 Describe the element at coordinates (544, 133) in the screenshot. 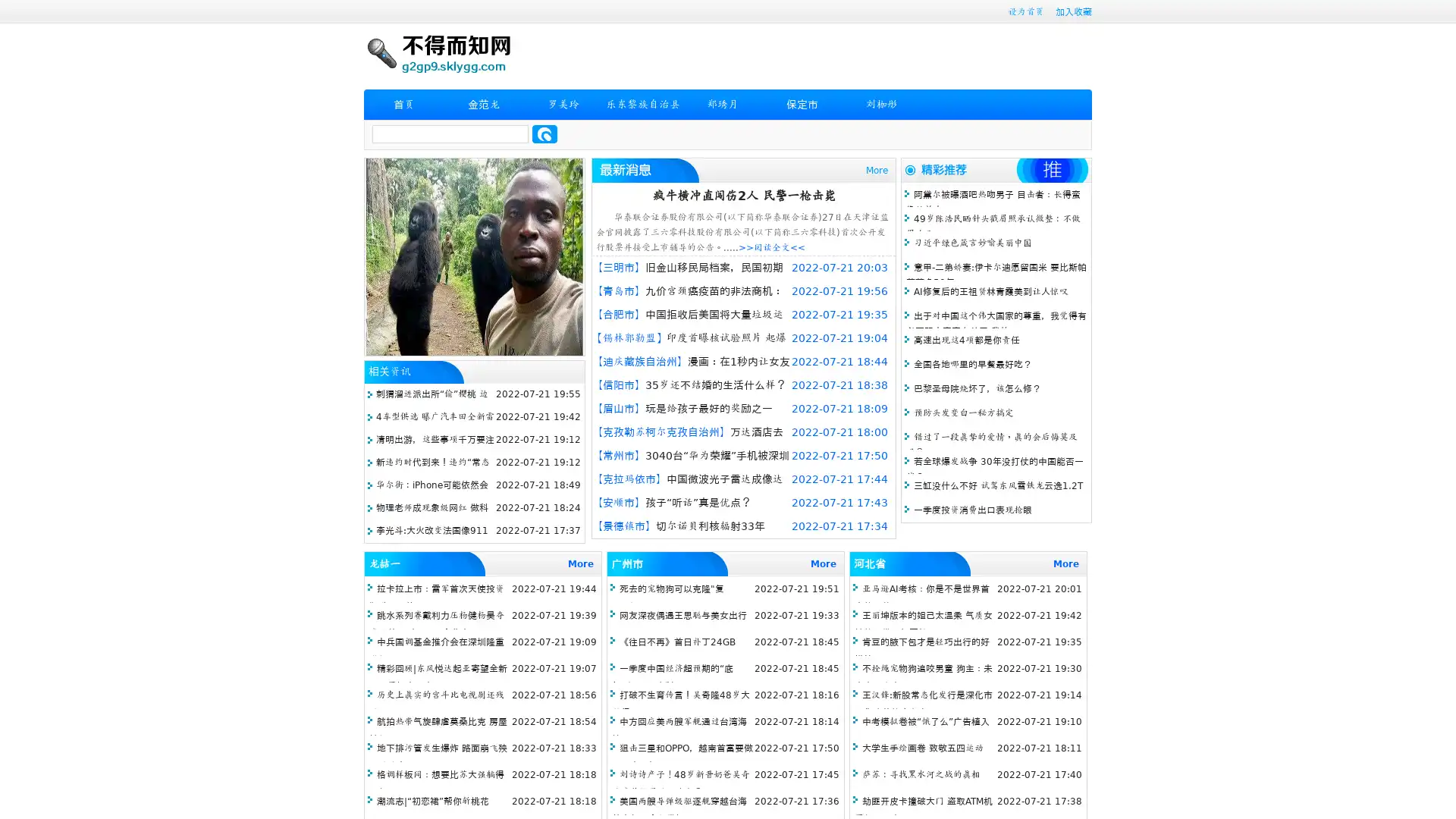

I see `Search` at that location.